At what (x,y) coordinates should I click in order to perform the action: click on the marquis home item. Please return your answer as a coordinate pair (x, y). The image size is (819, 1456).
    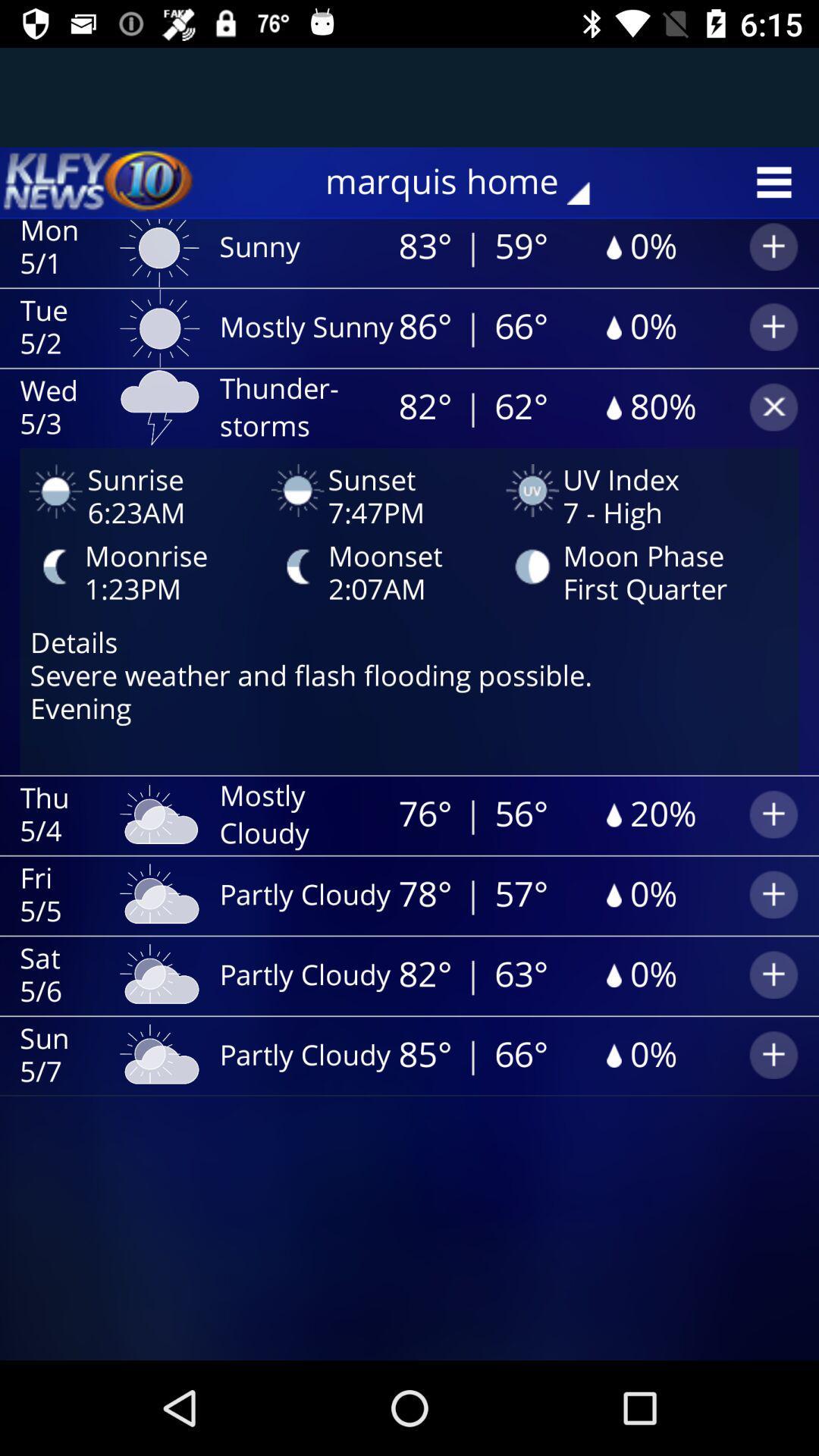
    Looking at the image, I should click on (467, 182).